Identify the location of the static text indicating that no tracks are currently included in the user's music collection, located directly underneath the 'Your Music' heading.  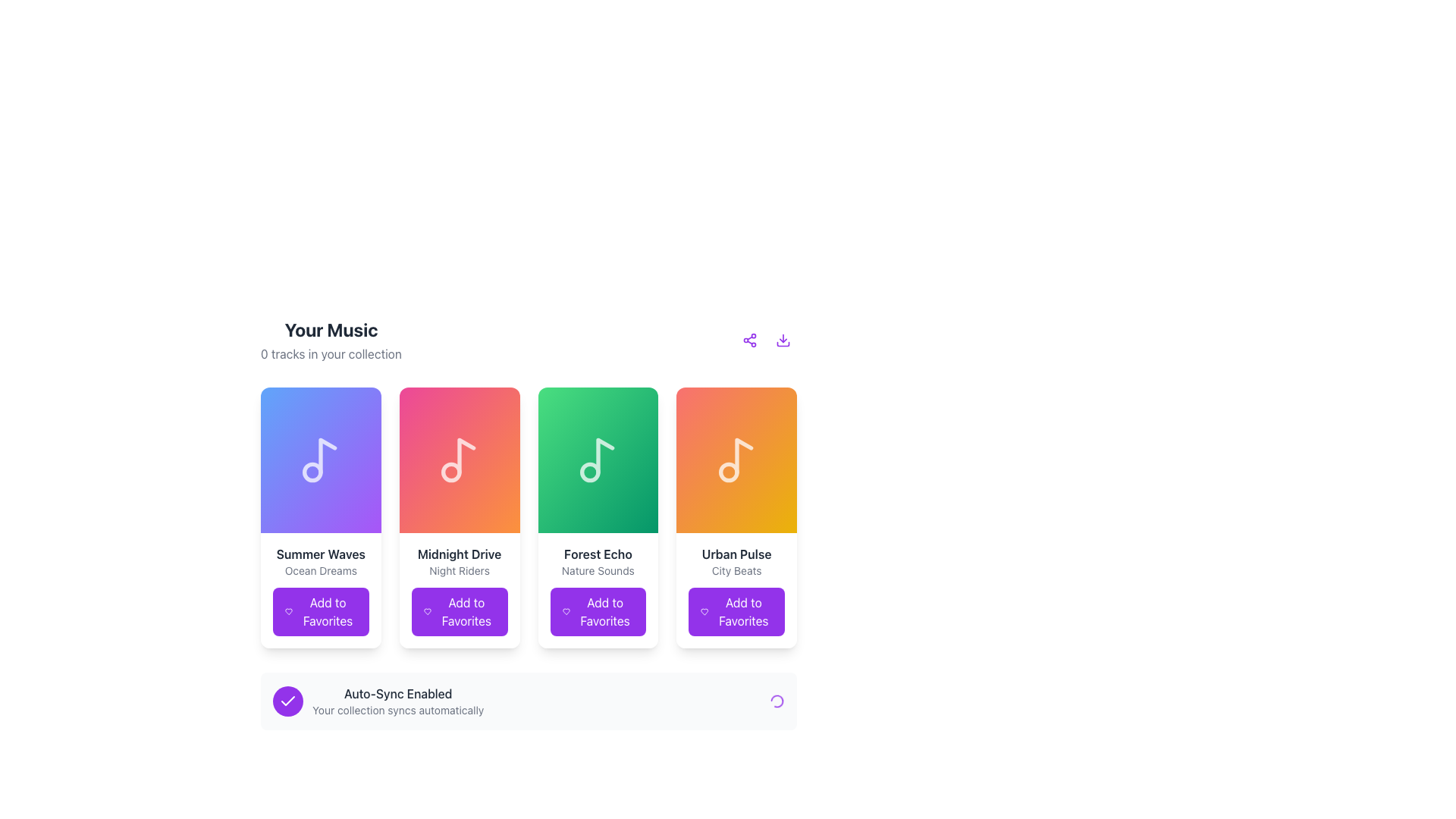
(330, 353).